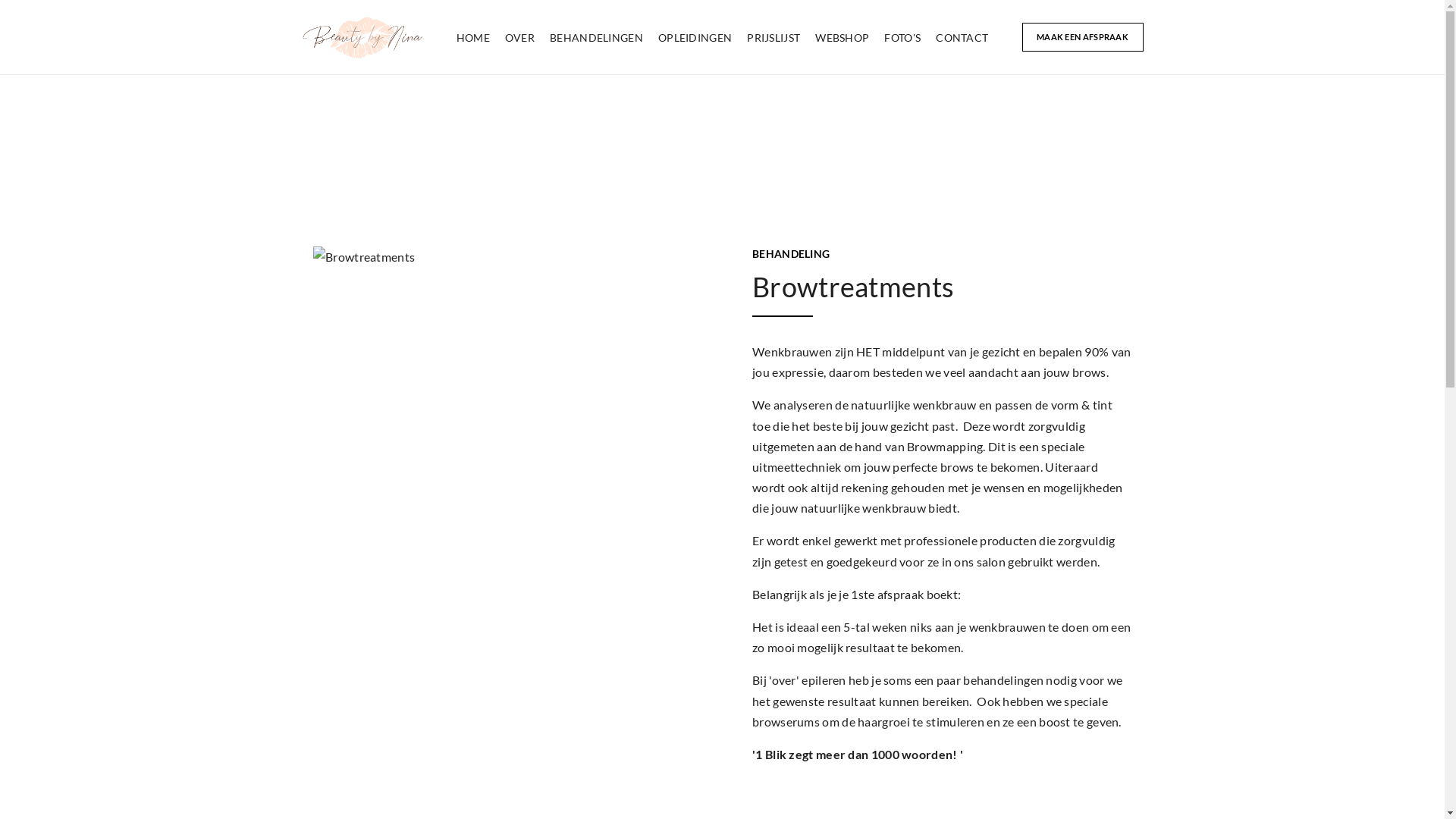 Image resolution: width=1456 pixels, height=819 pixels. I want to click on 'OVER', so click(519, 36).